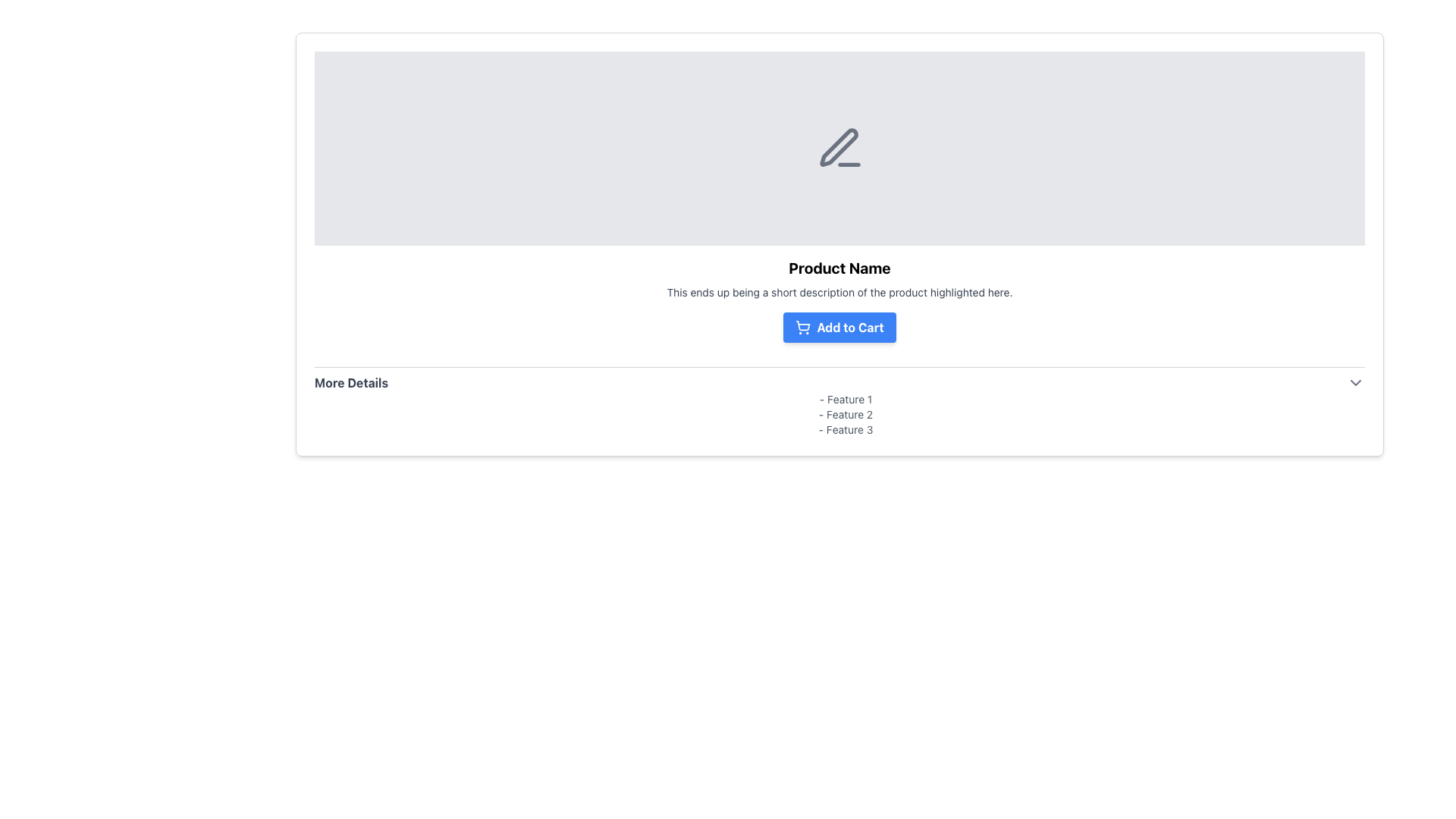 Image resolution: width=1456 pixels, height=819 pixels. Describe the element at coordinates (845, 415) in the screenshot. I see `text from the second text label displaying '- Feature 2', which is positioned in a list of features below the product description` at that location.